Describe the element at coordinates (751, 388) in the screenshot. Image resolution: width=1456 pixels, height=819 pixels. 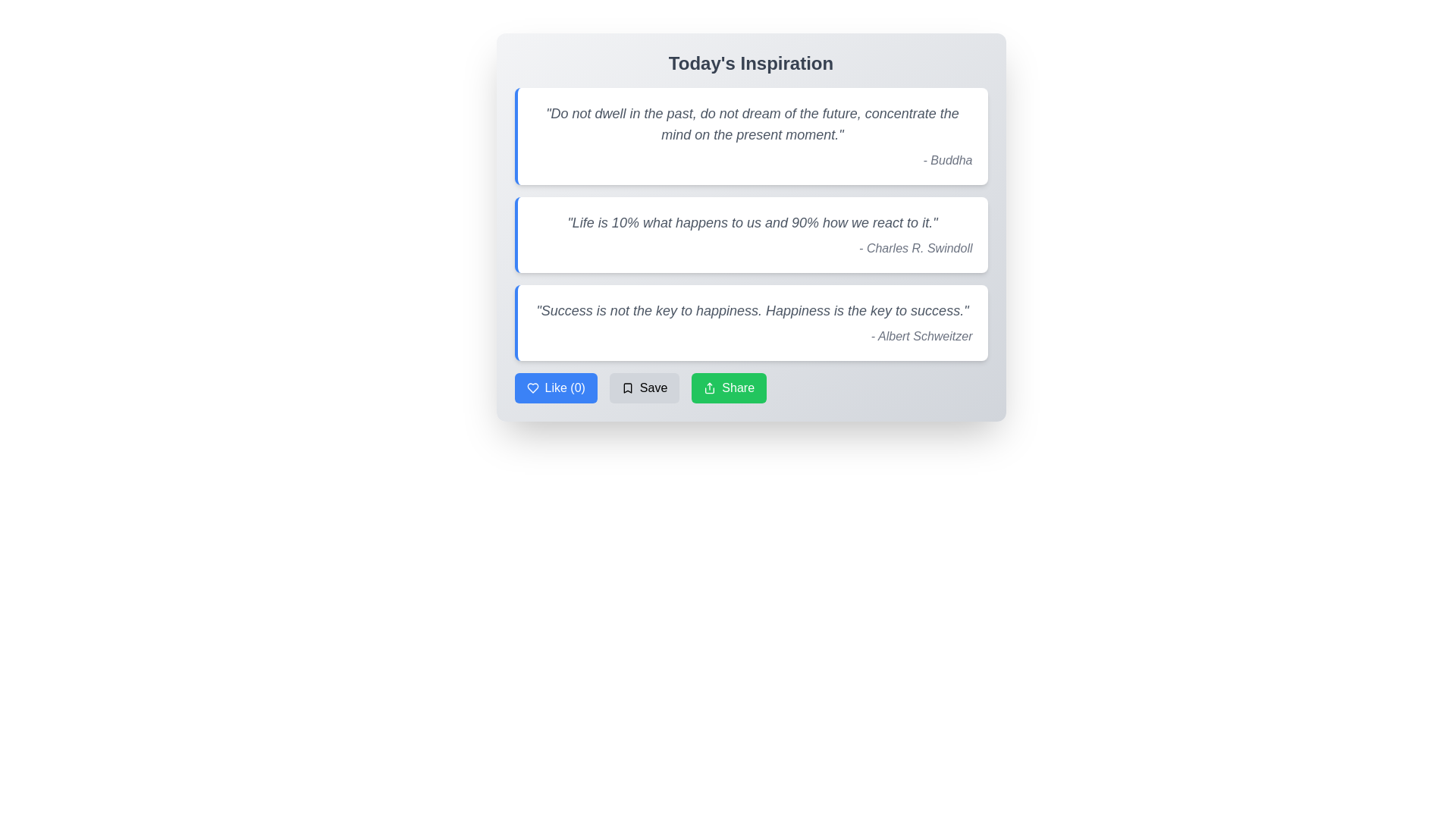
I see `the green 'Share' button with white text and a share icon to observe interactive effects` at that location.